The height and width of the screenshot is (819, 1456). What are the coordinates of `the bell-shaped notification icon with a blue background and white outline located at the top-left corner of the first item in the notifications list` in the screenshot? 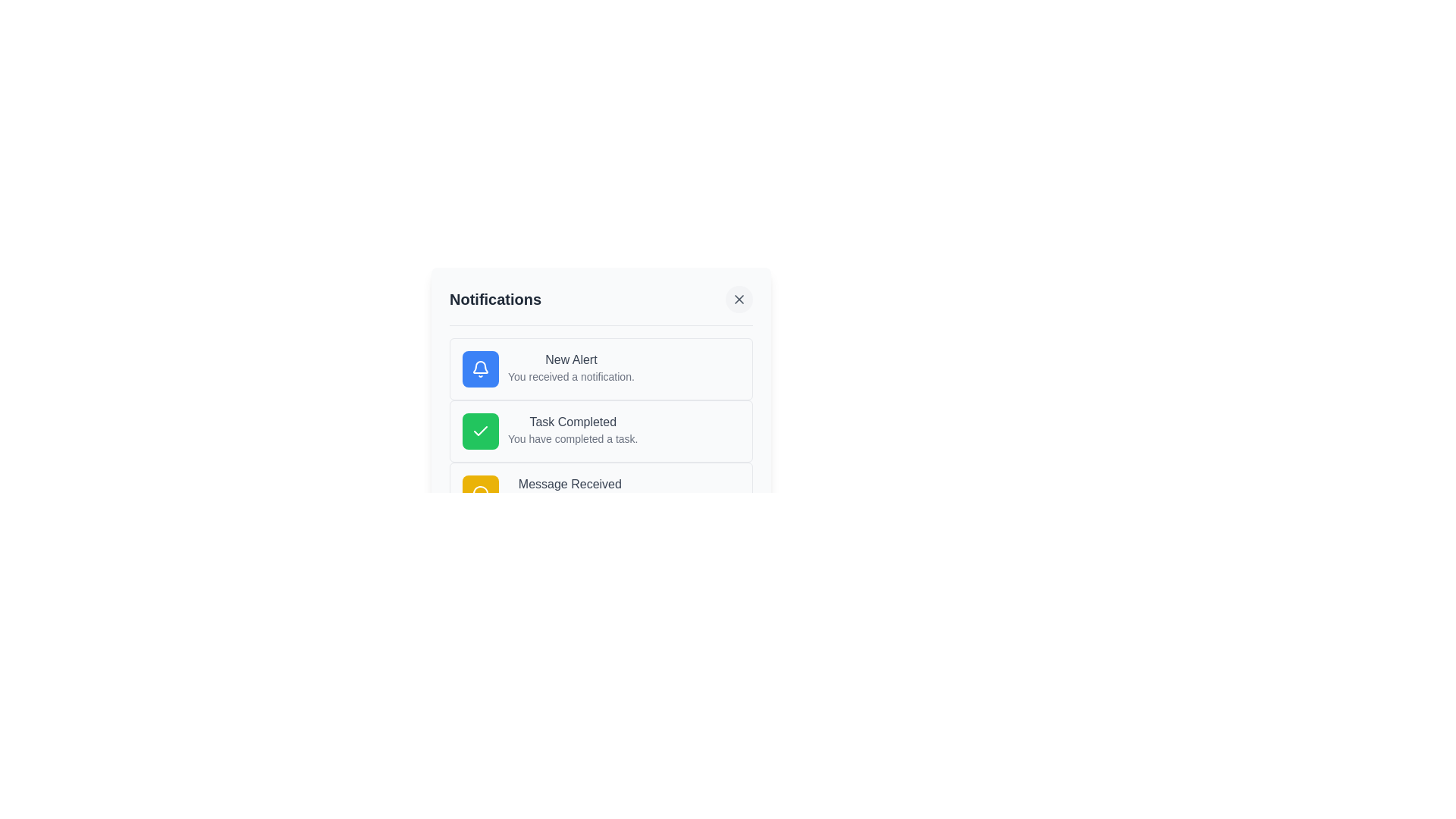 It's located at (479, 369).